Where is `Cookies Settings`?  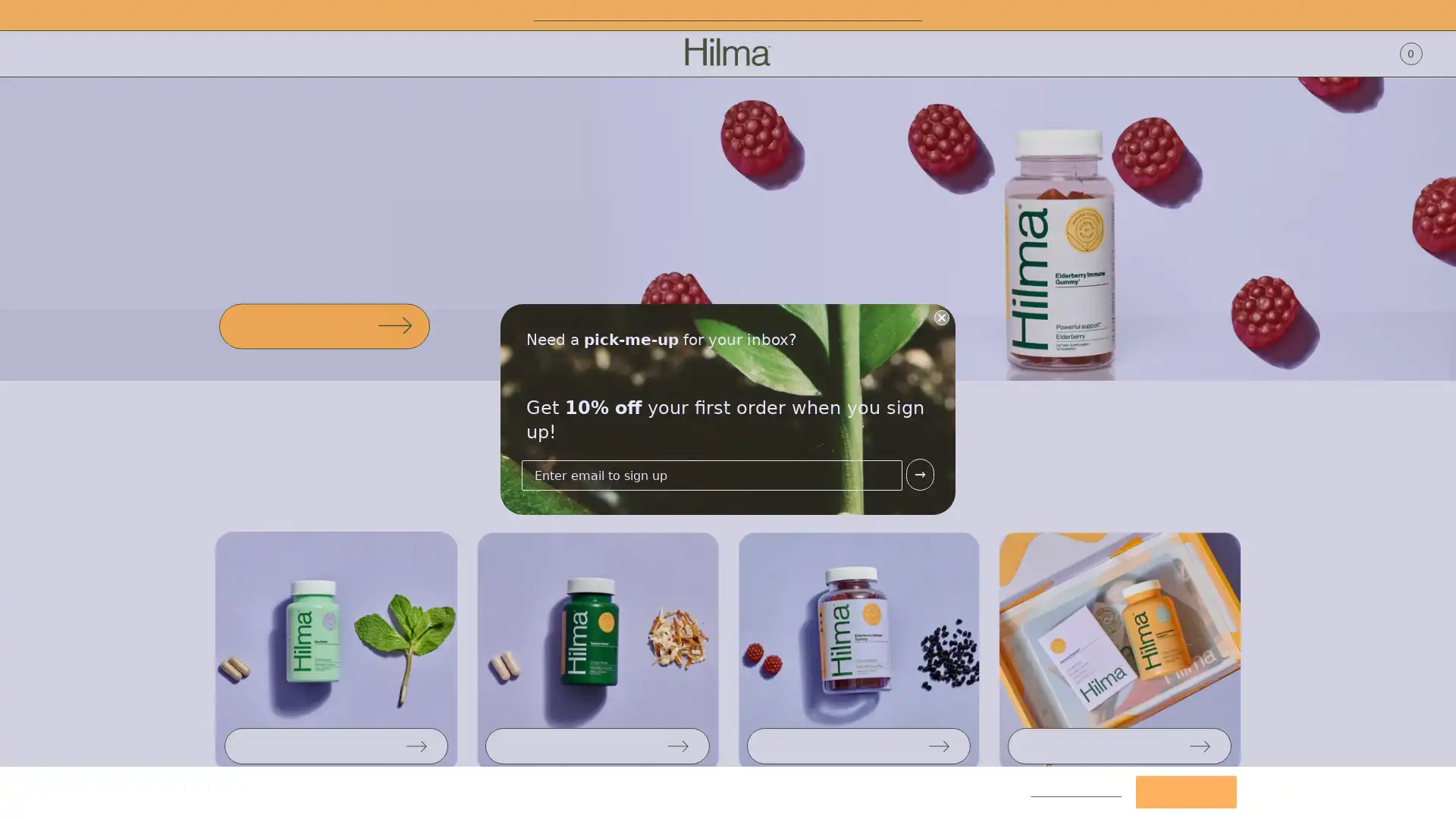
Cookies Settings is located at coordinates (1075, 798).